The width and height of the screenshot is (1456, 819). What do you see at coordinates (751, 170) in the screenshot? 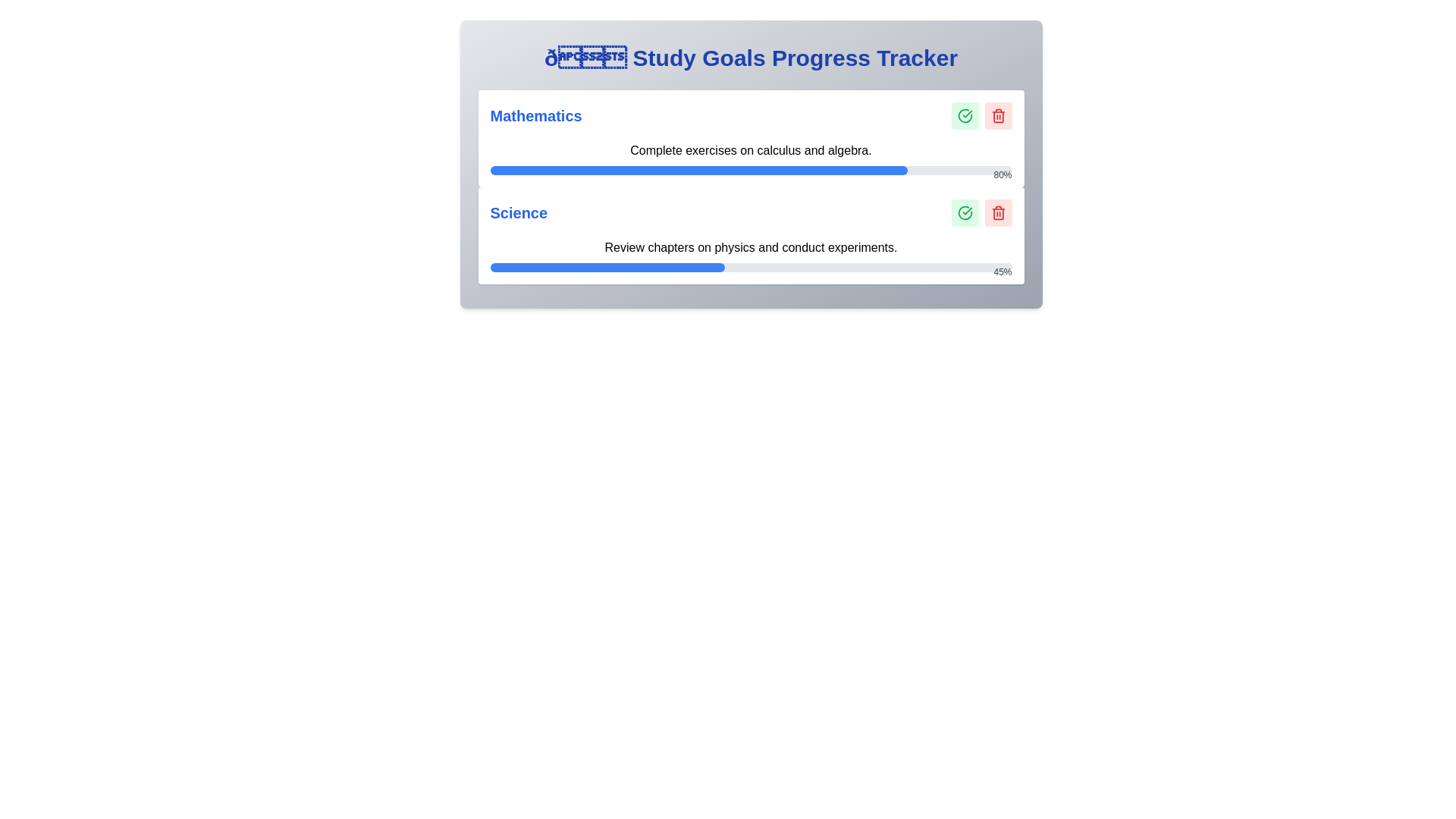
I see `the horizontal progress bar displaying 80% completion, located within the 'Mathematics' section, positioned below the text 'Complete exercises on calculus and algebra.'` at bounding box center [751, 170].